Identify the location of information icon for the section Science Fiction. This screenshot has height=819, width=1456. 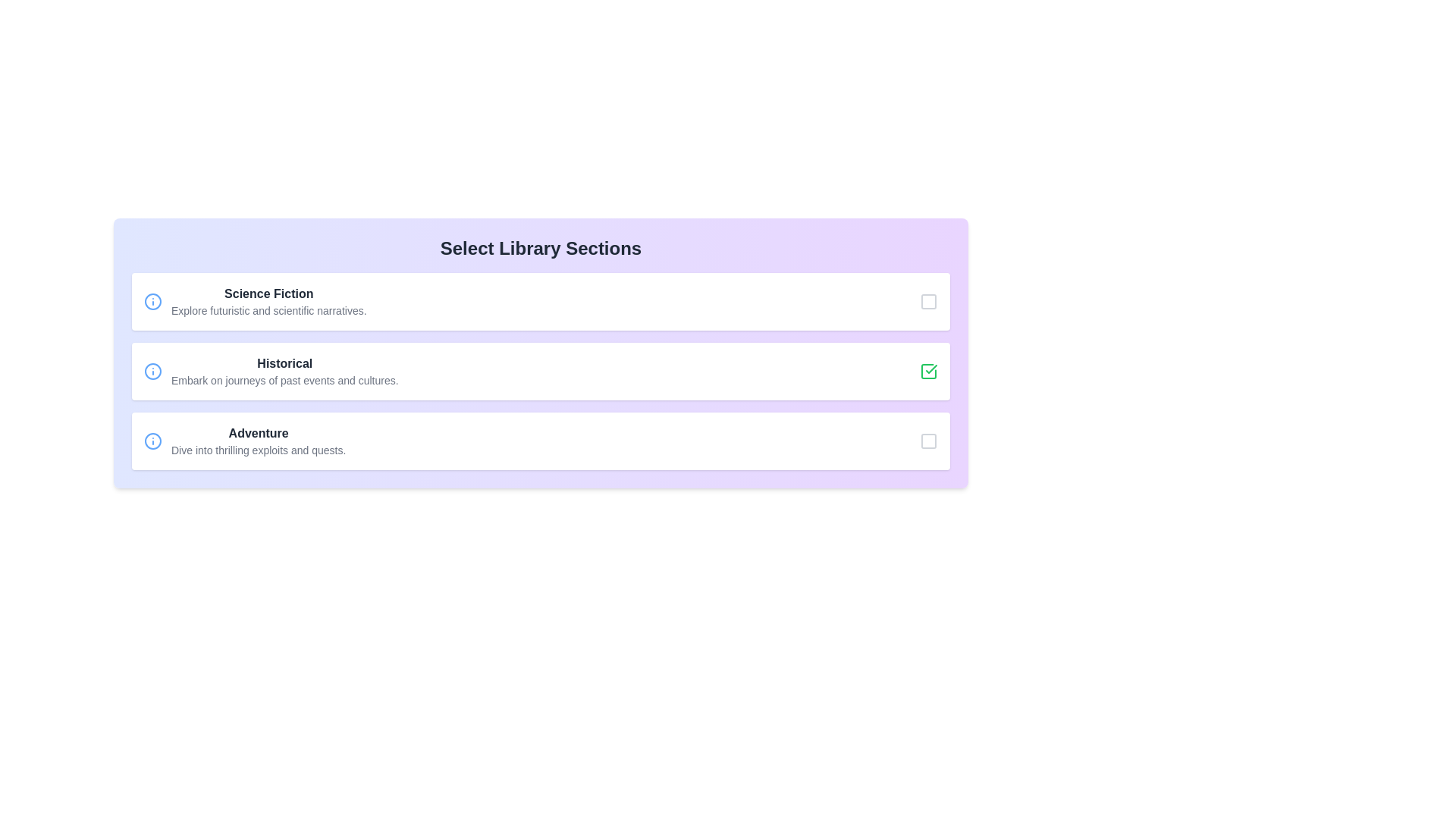
(152, 301).